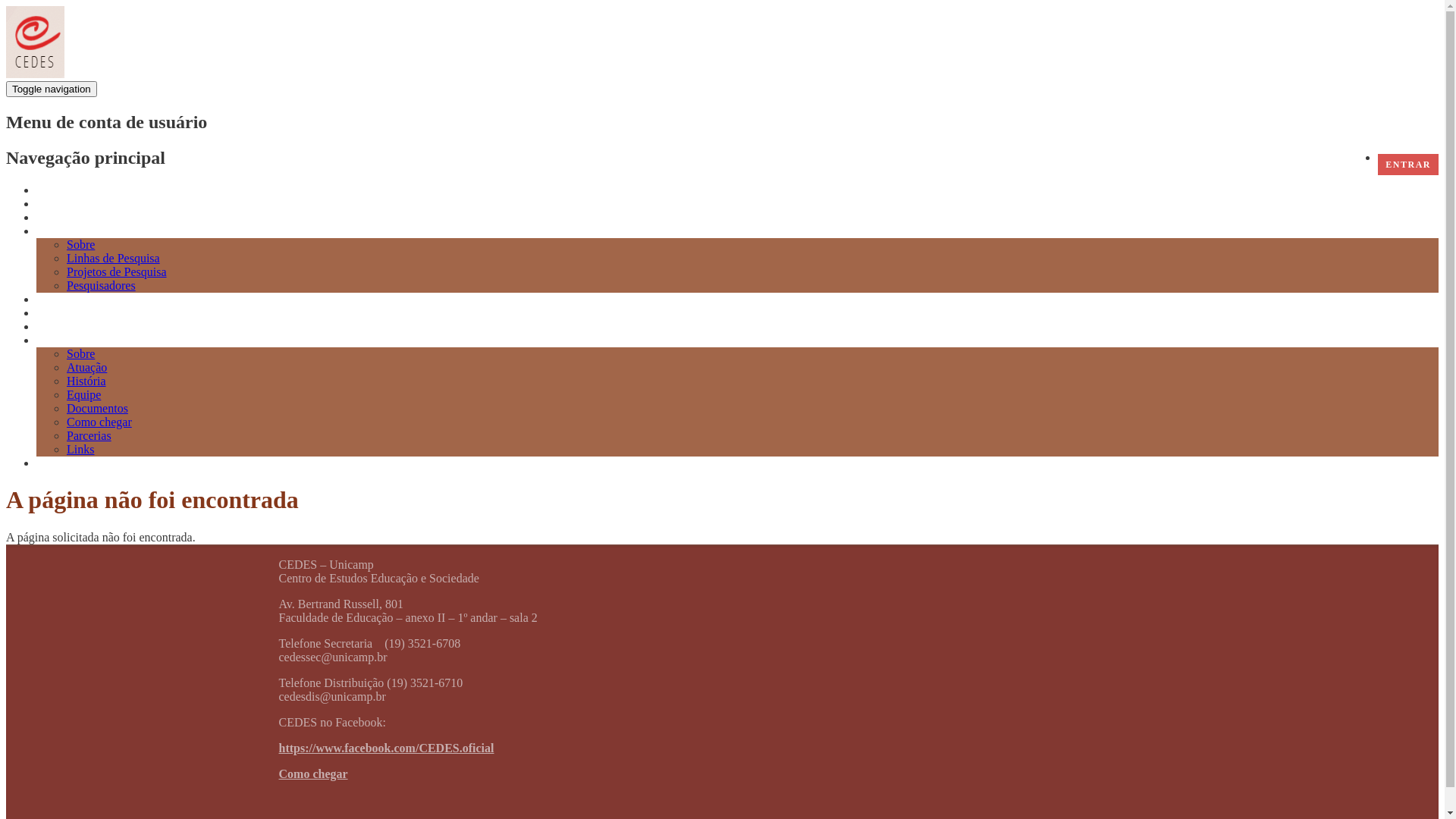 This screenshot has height=819, width=1456. What do you see at coordinates (386, 747) in the screenshot?
I see `'https://www.facebook.com/CEDES.oficial'` at bounding box center [386, 747].